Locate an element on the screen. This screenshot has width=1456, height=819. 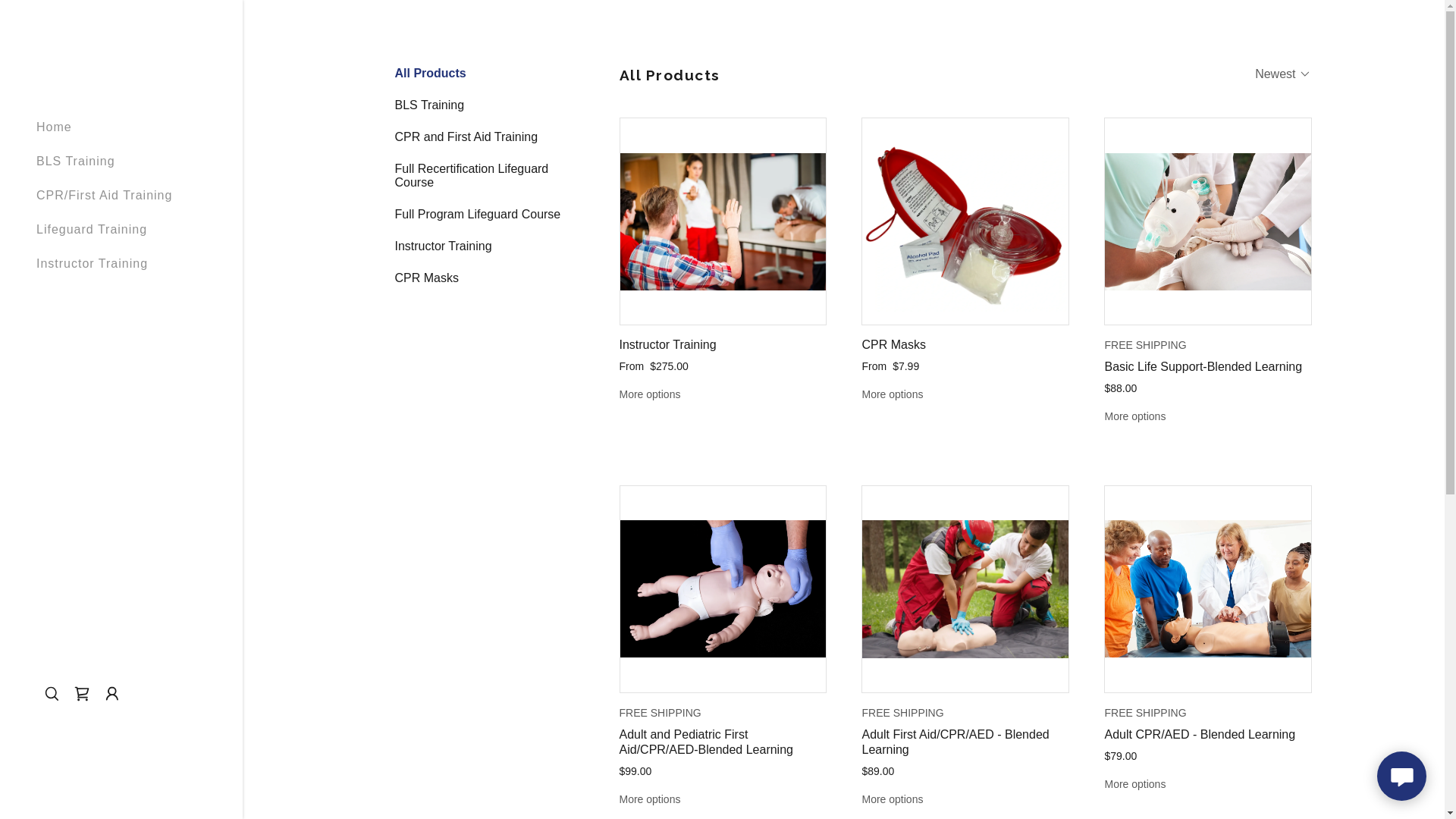
'Instructor Training' is located at coordinates (91, 262).